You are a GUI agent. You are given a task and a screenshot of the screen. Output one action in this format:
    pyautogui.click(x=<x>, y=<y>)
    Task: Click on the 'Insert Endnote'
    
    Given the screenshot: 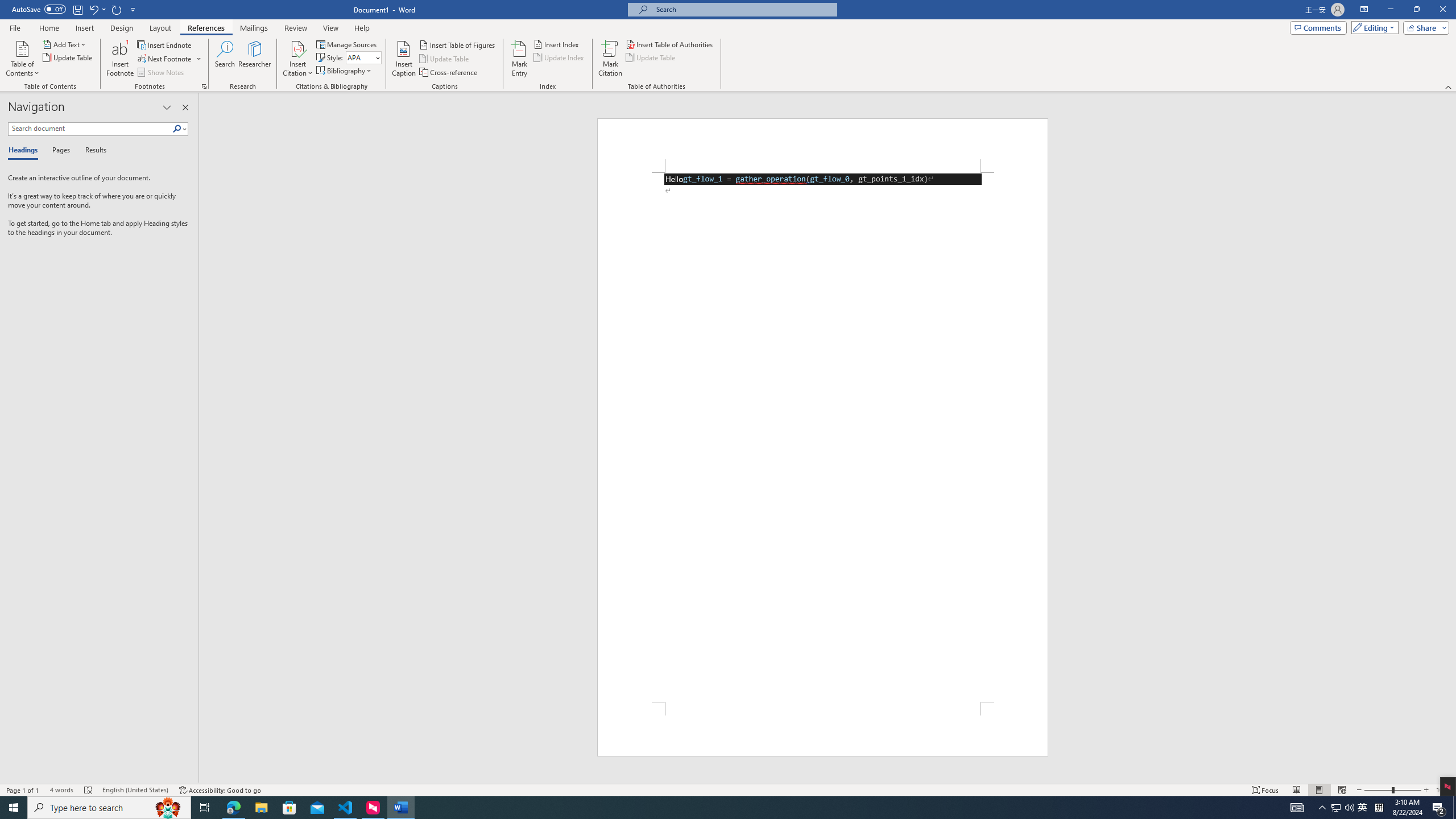 What is the action you would take?
    pyautogui.click(x=164, y=44)
    